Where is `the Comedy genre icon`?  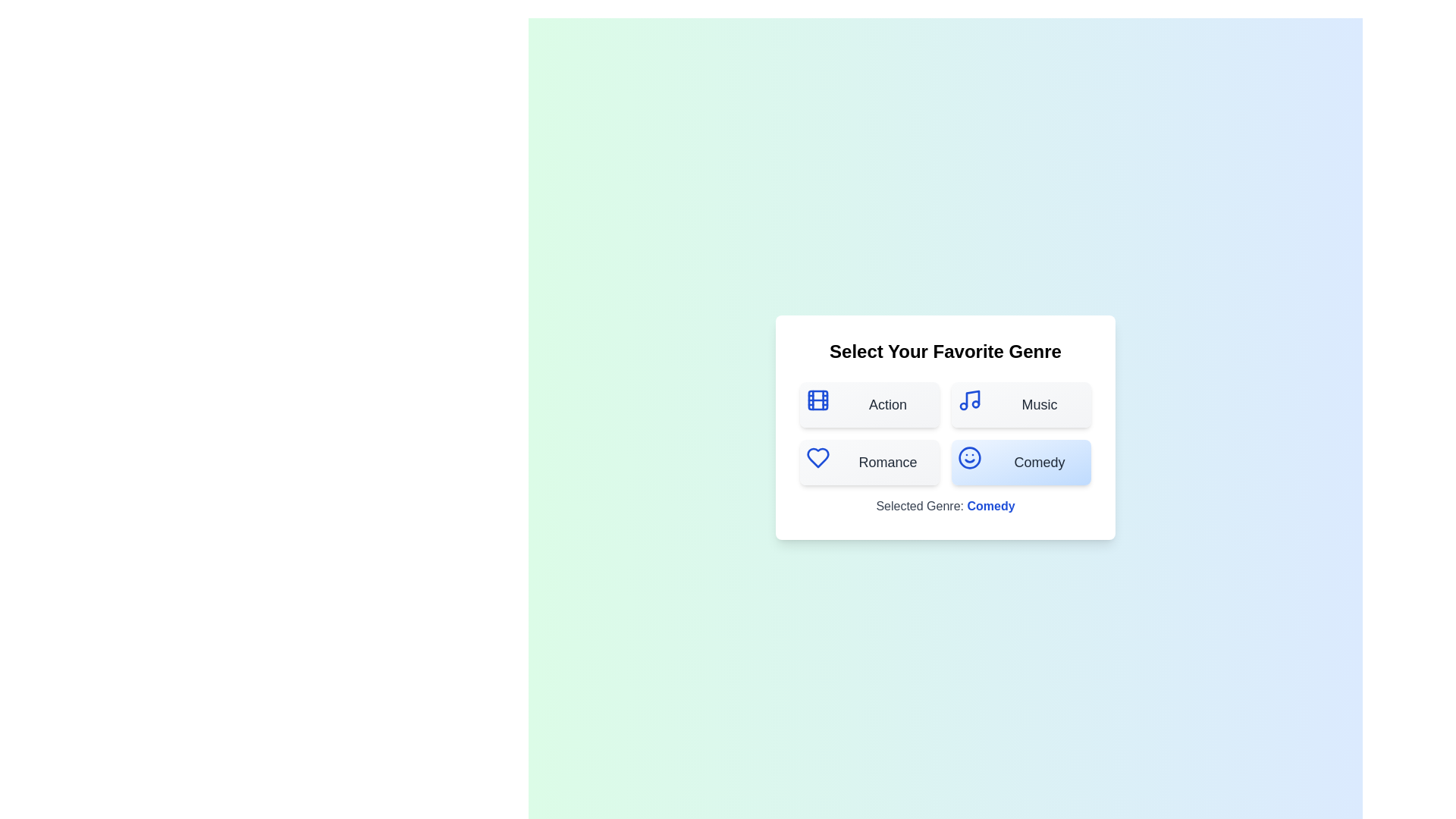 the Comedy genre icon is located at coordinates (968, 457).